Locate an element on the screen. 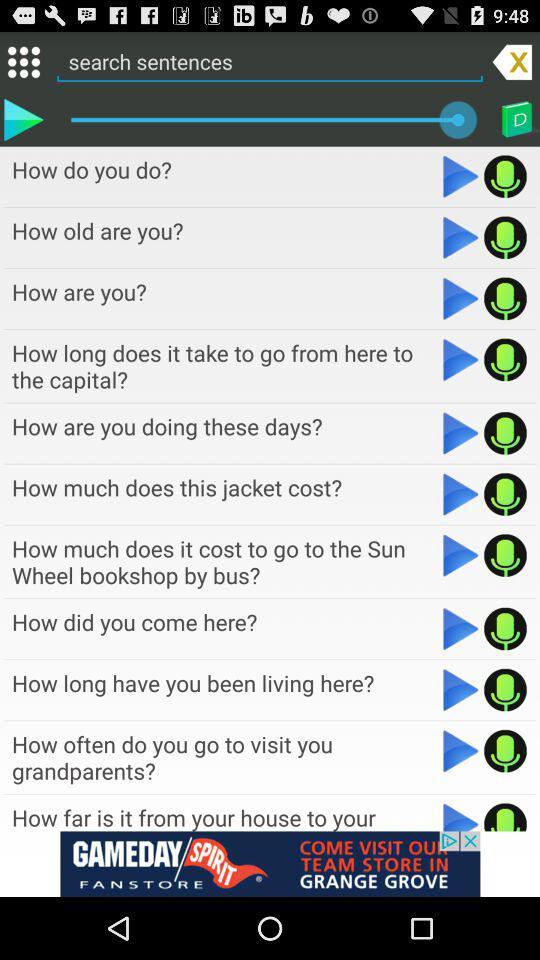 This screenshot has width=540, height=960. sound is located at coordinates (504, 690).